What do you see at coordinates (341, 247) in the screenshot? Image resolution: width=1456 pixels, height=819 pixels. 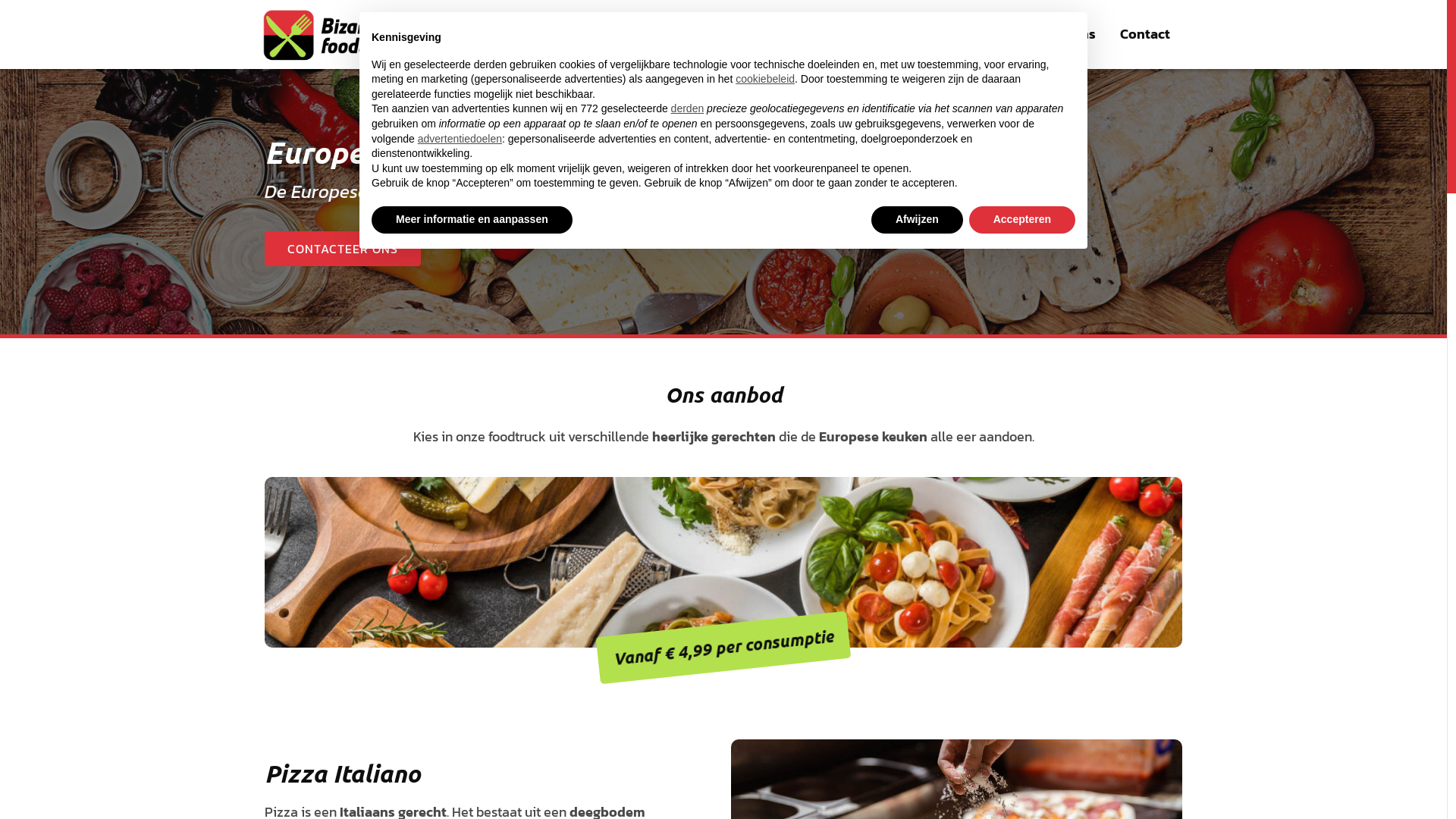 I see `'CONTACTEER ONS'` at bounding box center [341, 247].